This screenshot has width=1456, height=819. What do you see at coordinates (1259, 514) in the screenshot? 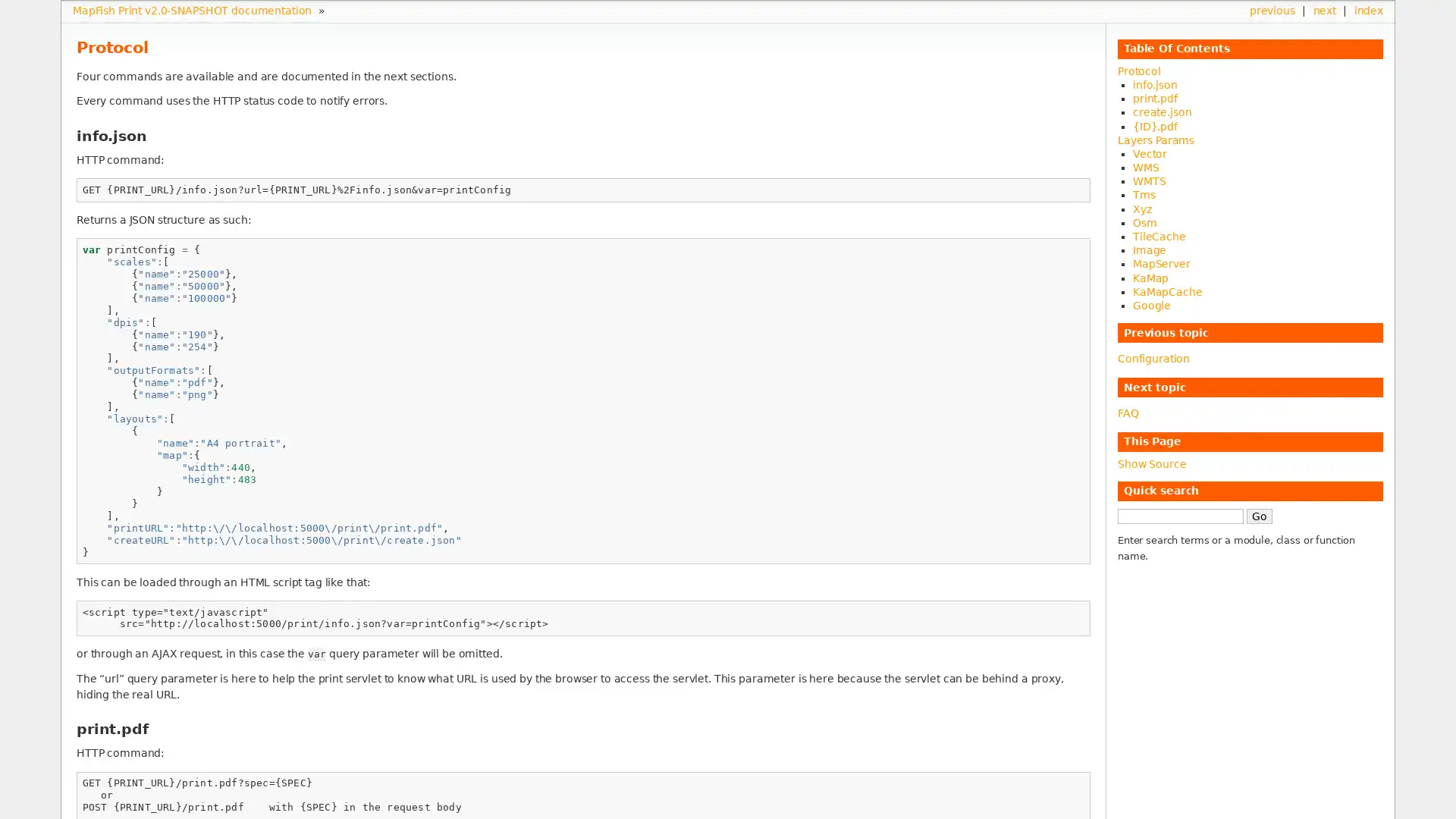
I see `Go` at bounding box center [1259, 514].